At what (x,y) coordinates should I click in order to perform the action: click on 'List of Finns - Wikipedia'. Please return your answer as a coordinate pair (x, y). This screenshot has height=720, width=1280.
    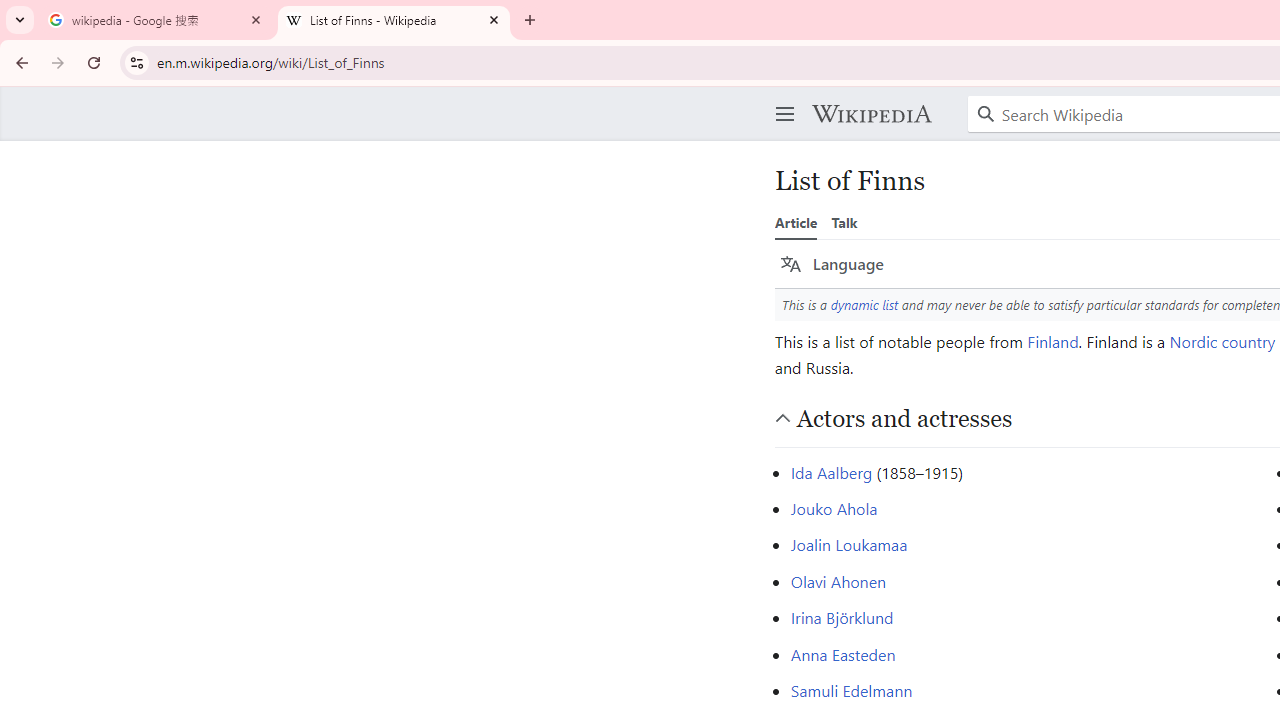
    Looking at the image, I should click on (394, 20).